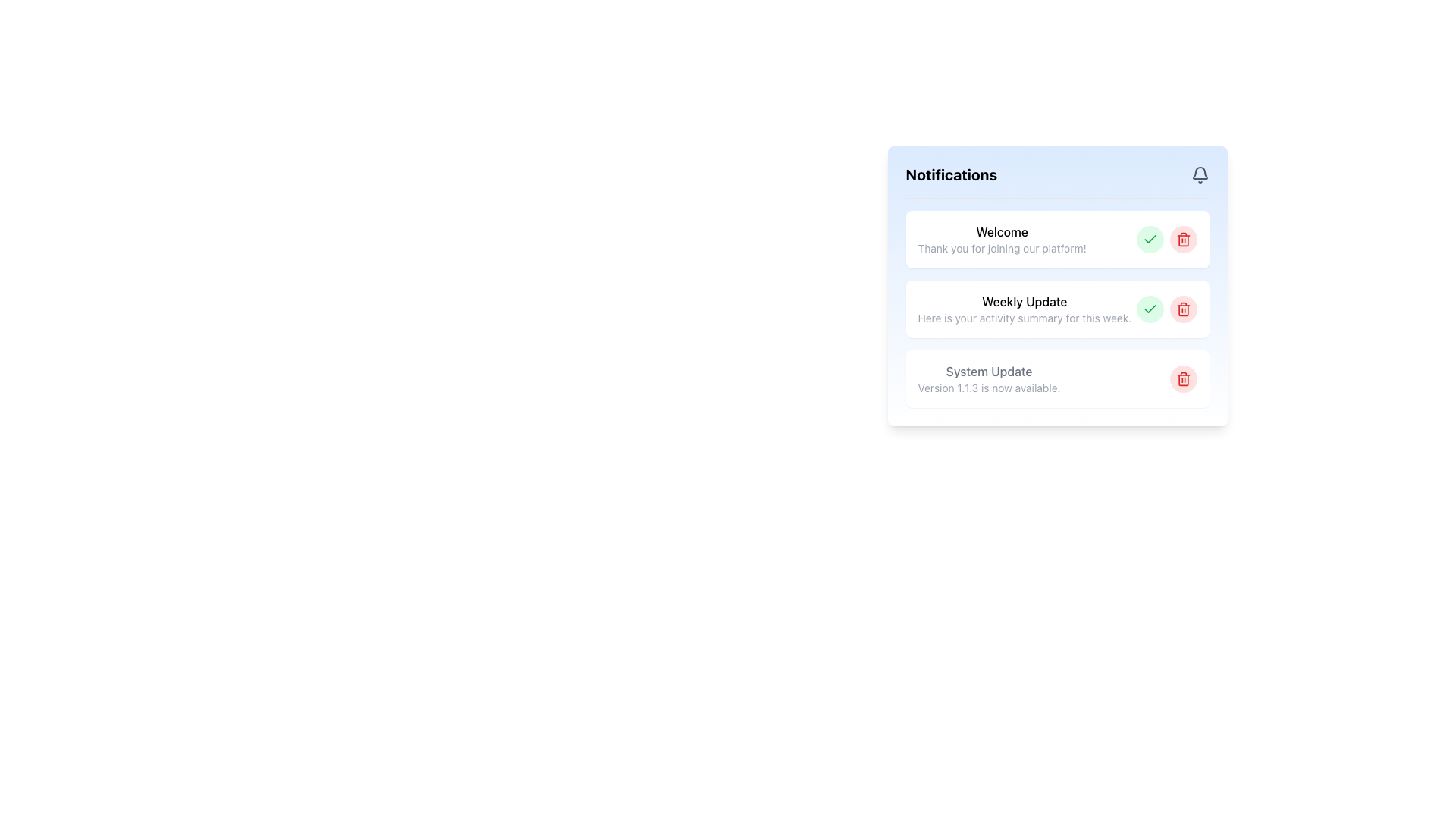 The image size is (1456, 819). Describe the element at coordinates (1182, 378) in the screenshot. I see `the red circular button with a white trash can icon located at the far right of the 'System Update - Version 1.1.3 is now available.' notification` at that location.